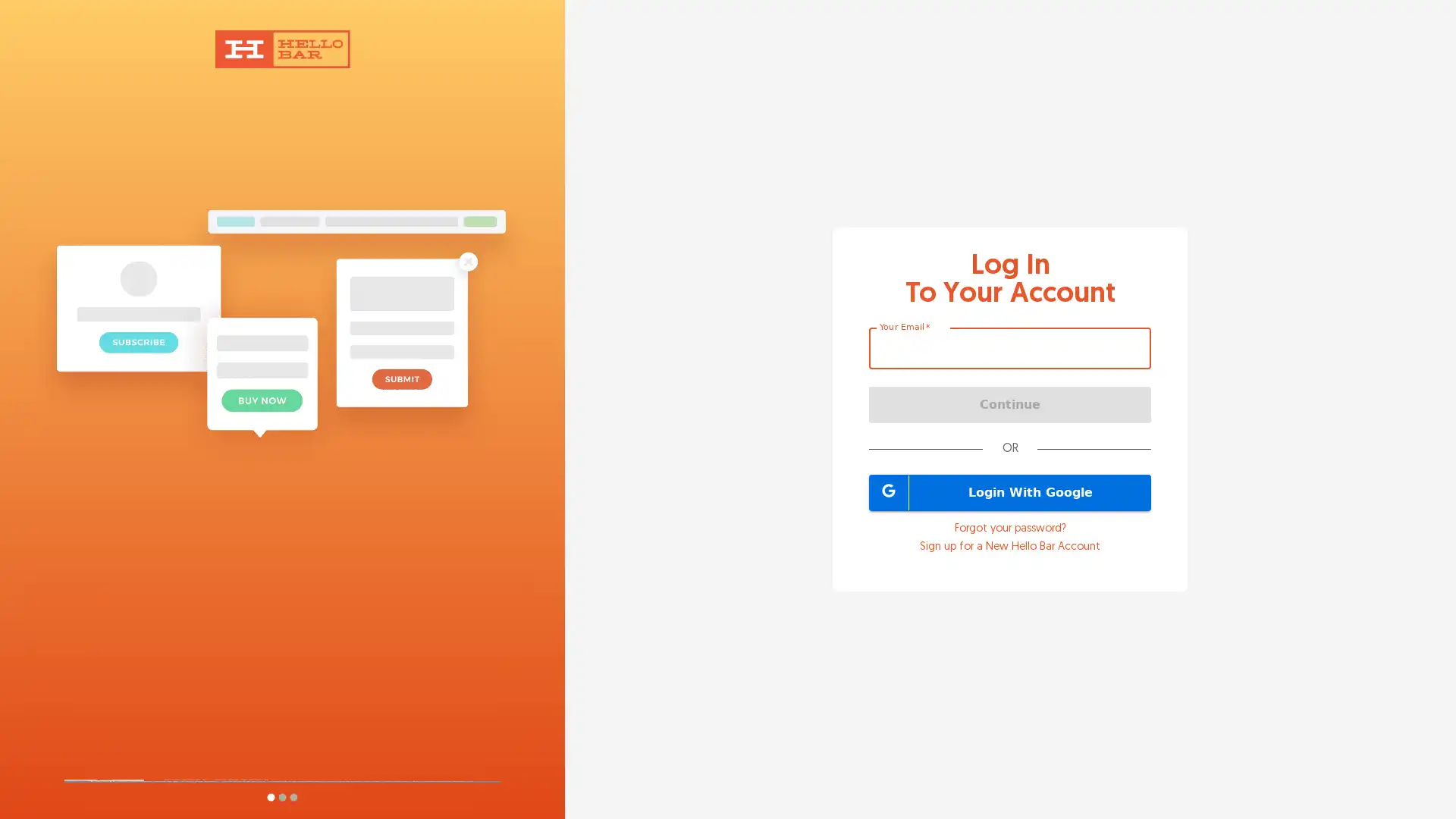 The width and height of the screenshot is (1456, 819). Describe the element at coordinates (281, 796) in the screenshot. I see `carousel indicator 2` at that location.